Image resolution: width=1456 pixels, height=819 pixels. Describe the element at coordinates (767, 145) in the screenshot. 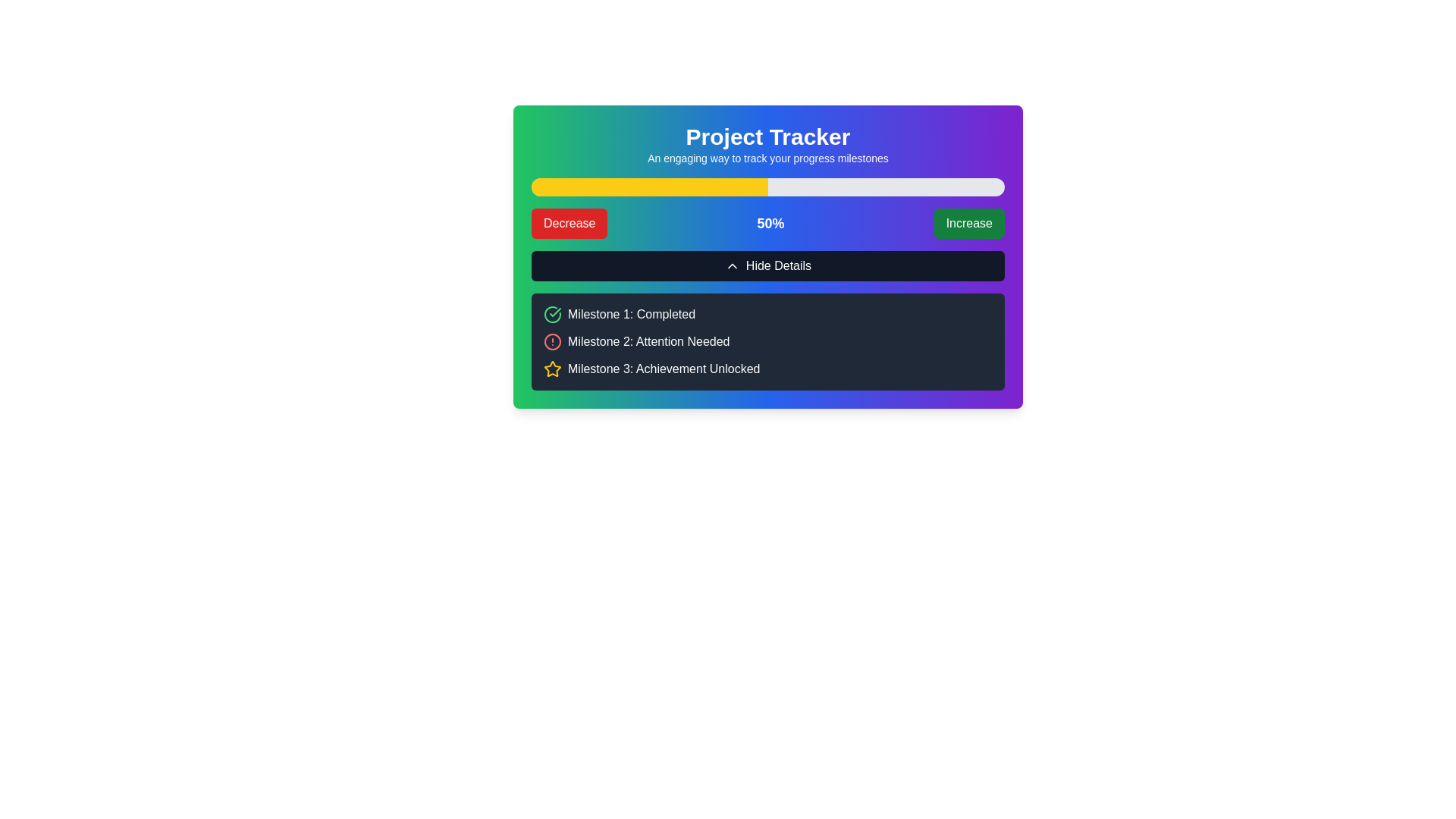

I see `the 'Project Tracker' text block, which is prominently displayed in a colorful gradient header and contains a bold title and a subtitle` at that location.